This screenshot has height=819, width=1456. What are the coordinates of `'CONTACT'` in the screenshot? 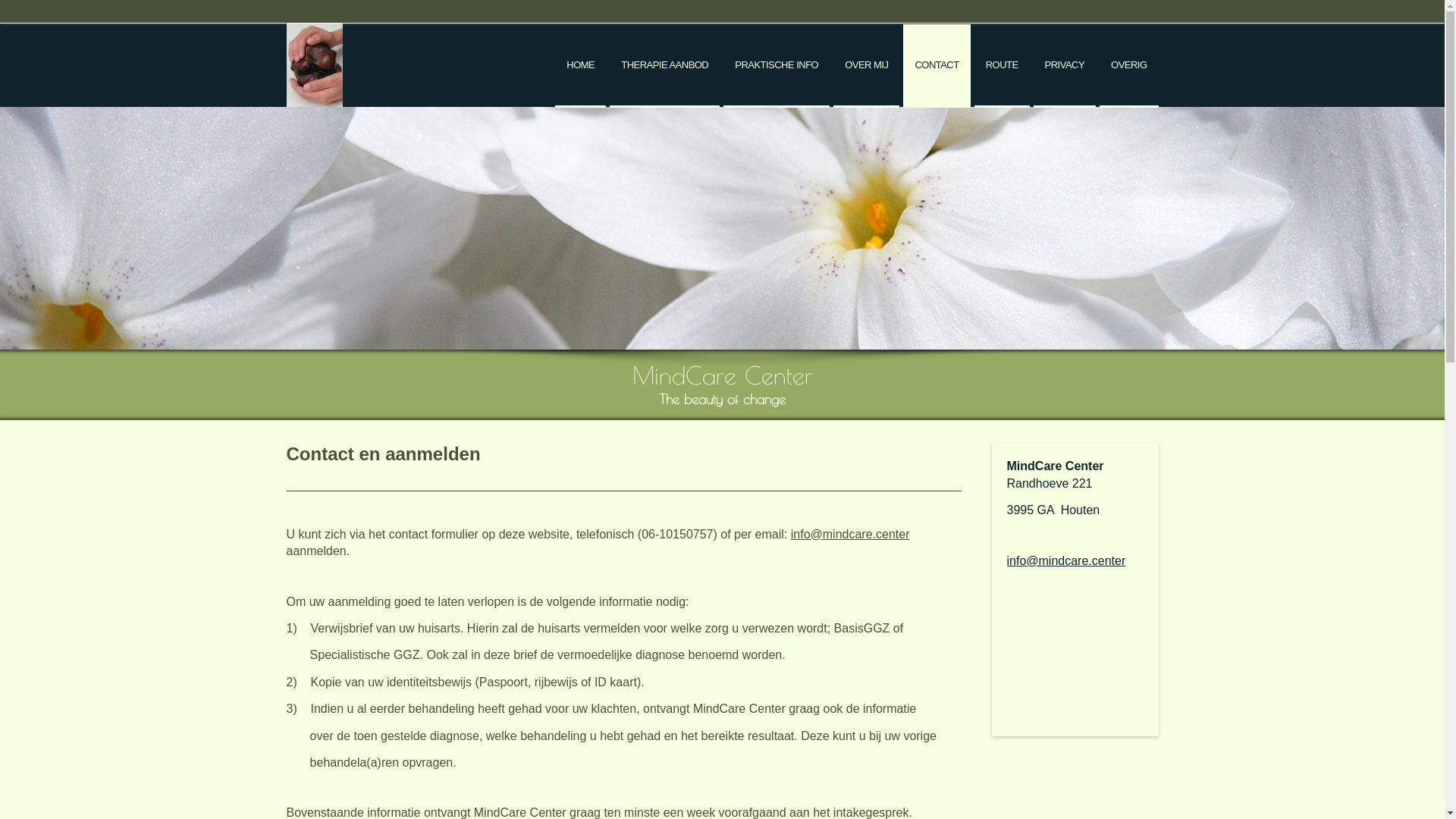 It's located at (902, 65).